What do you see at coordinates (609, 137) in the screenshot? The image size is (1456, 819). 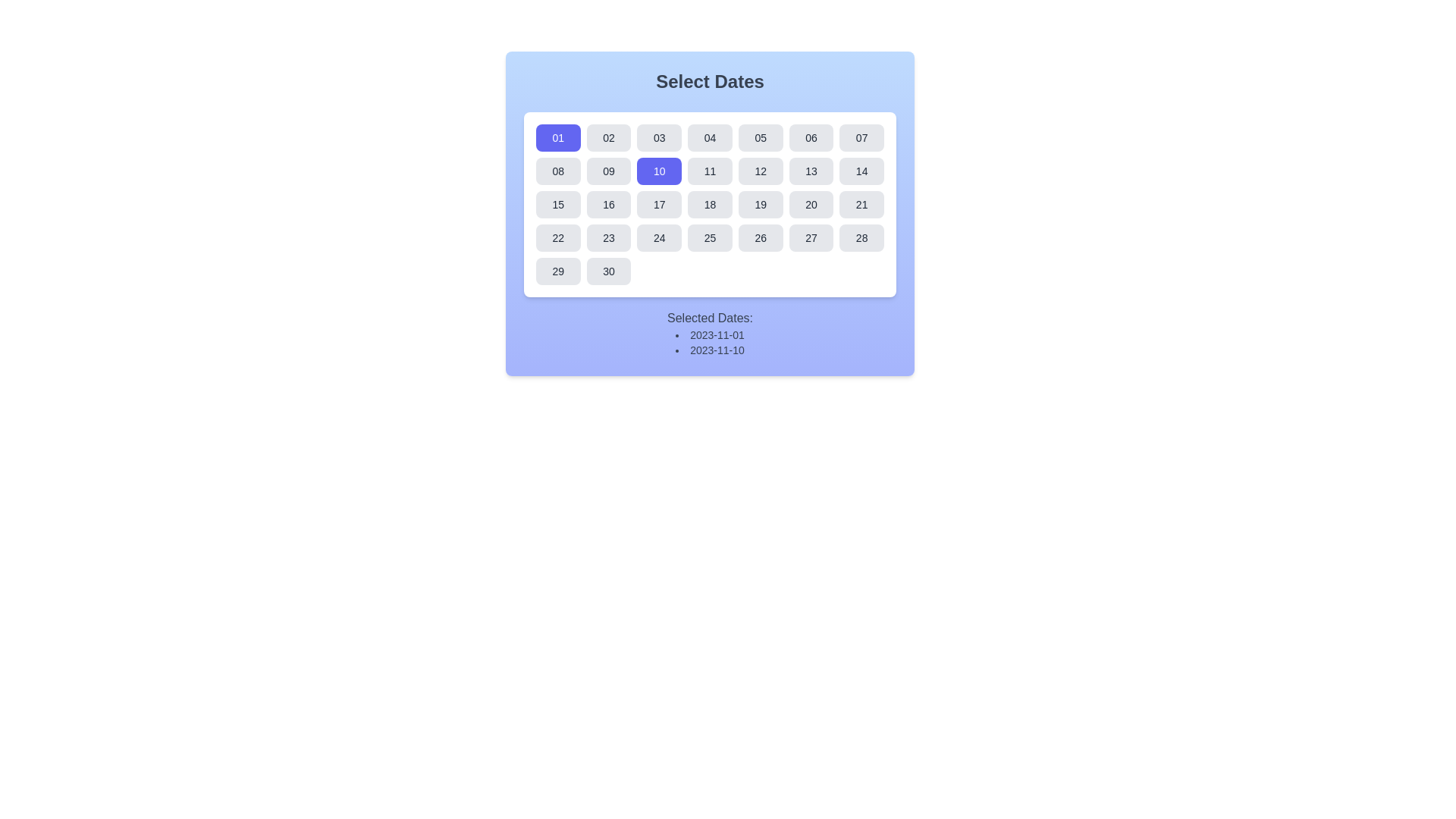 I see `the second selectable date button in the calendar interface` at bounding box center [609, 137].